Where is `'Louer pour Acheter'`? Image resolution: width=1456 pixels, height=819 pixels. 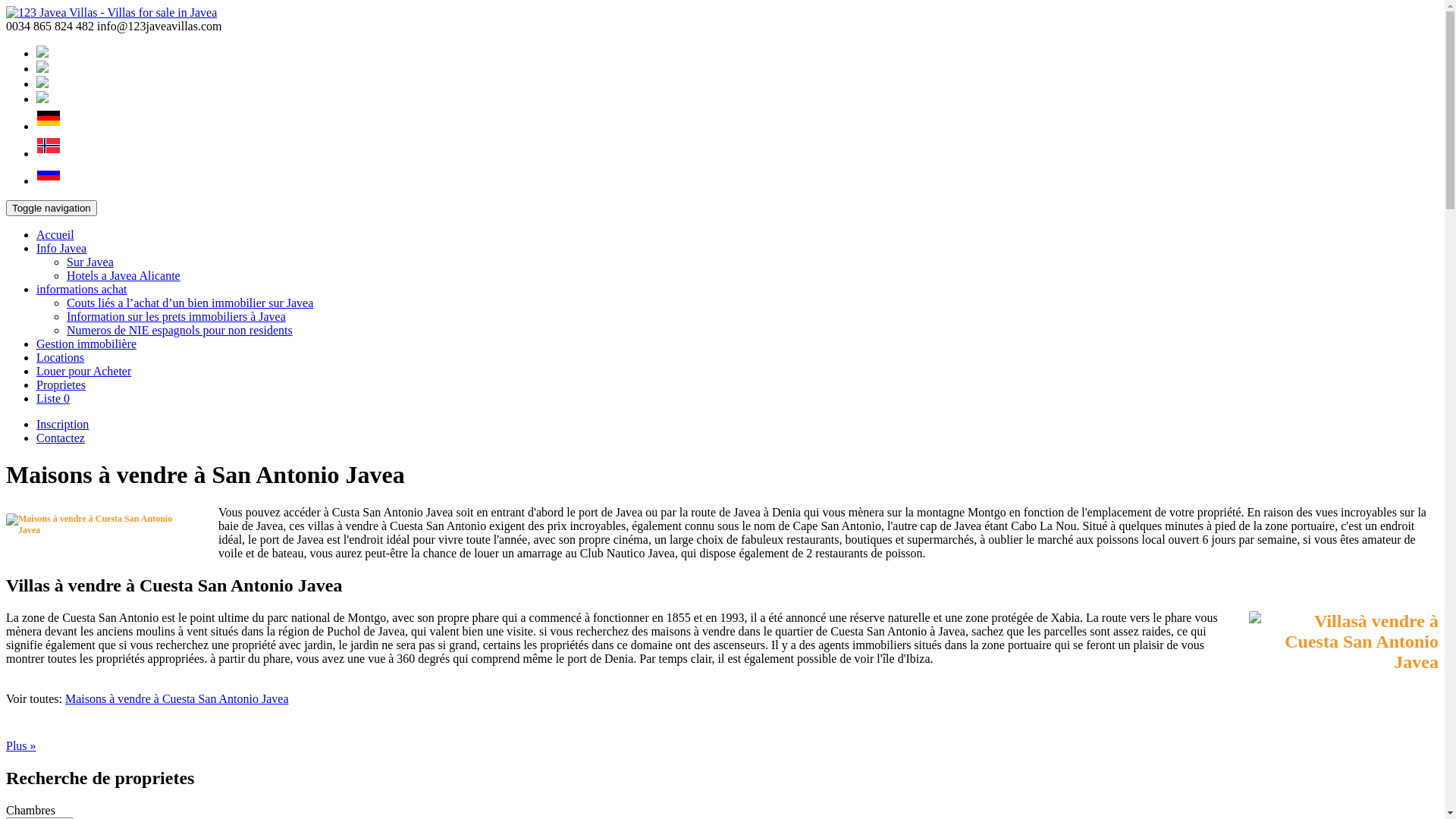
'Louer pour Acheter' is located at coordinates (83, 371).